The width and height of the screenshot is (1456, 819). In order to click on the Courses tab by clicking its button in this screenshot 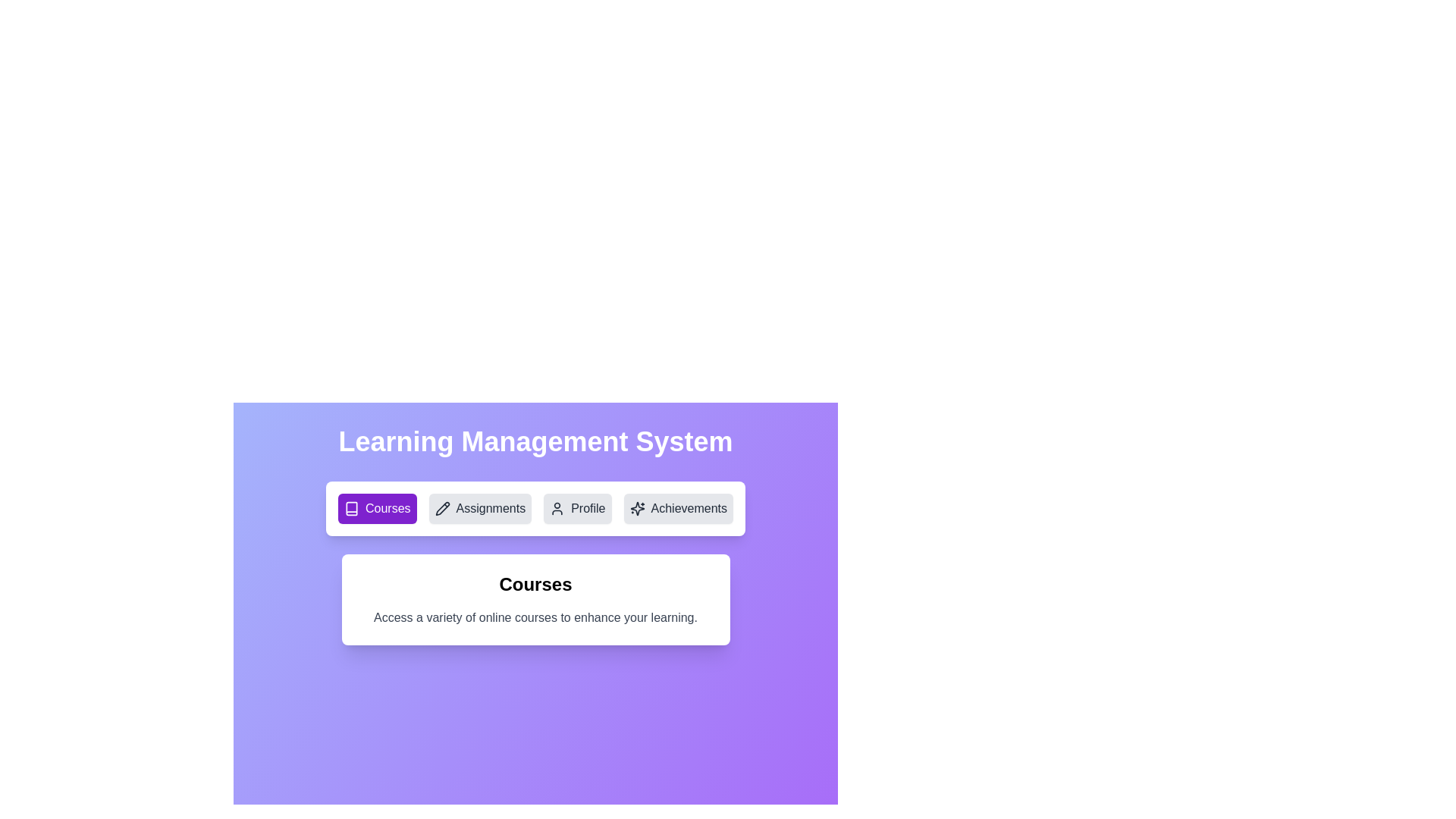, I will do `click(377, 509)`.